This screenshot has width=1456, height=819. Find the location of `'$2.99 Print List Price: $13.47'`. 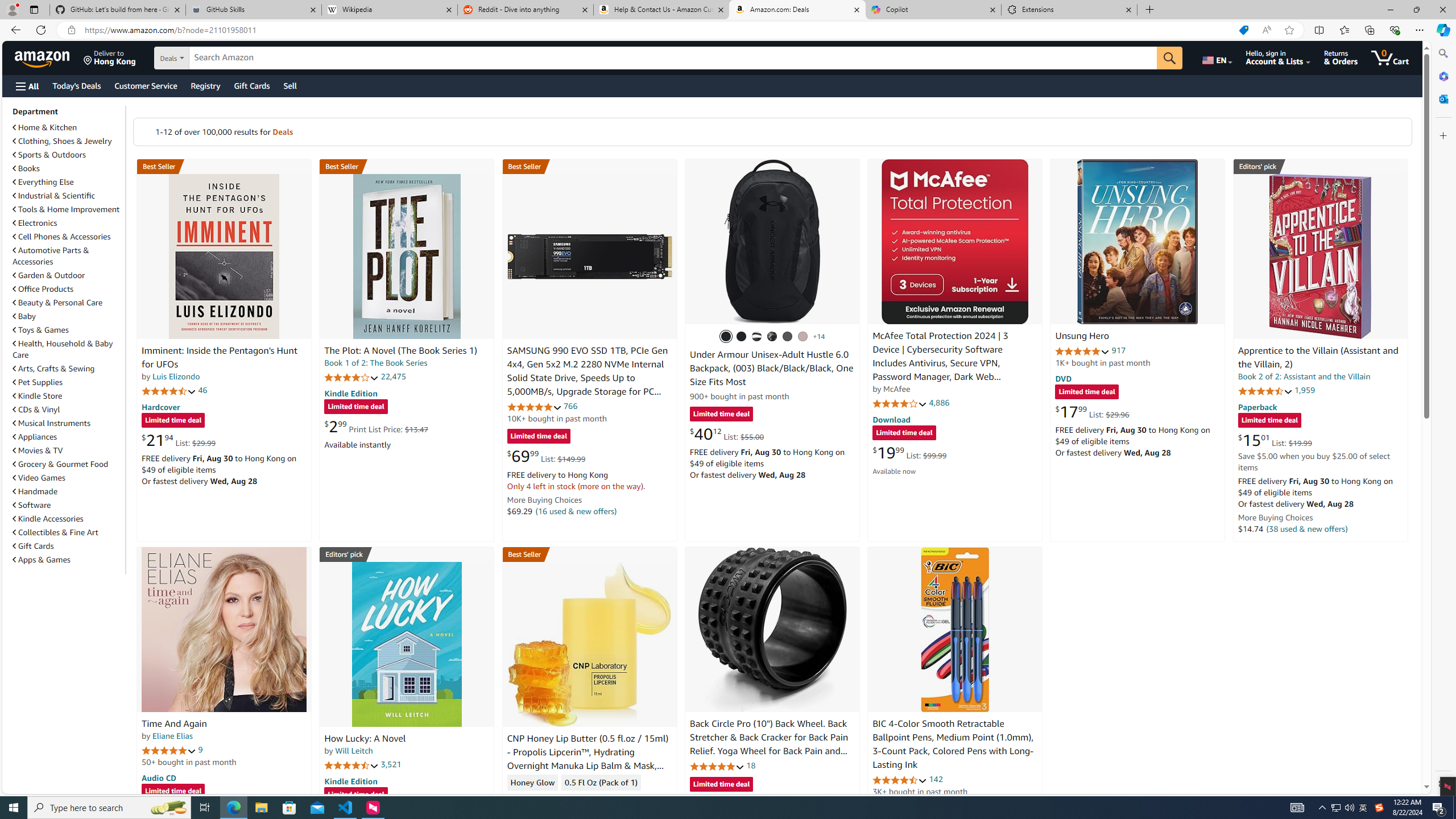

'$2.99 Print List Price: $13.47' is located at coordinates (375, 425).